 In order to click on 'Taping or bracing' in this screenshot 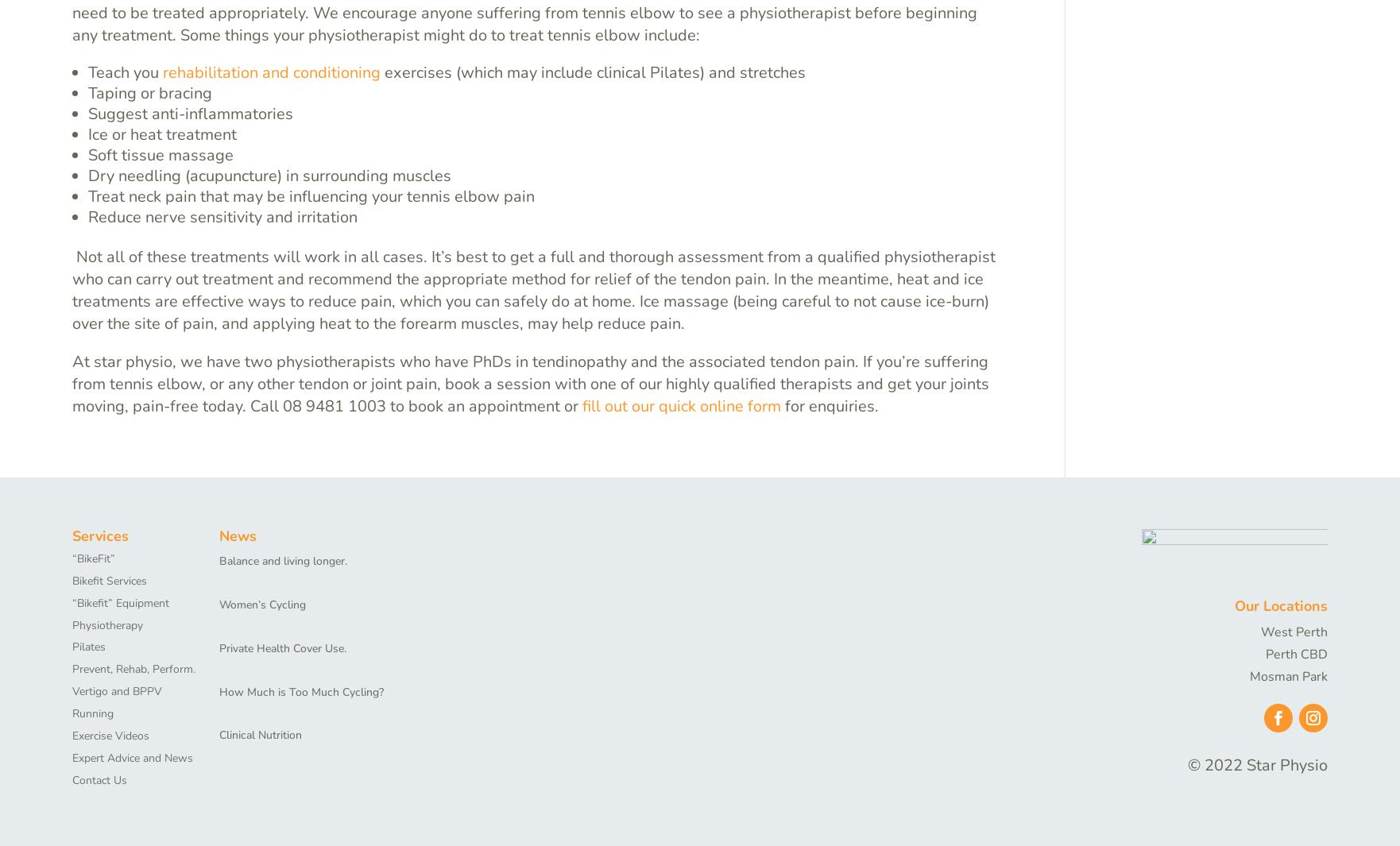, I will do `click(150, 91)`.